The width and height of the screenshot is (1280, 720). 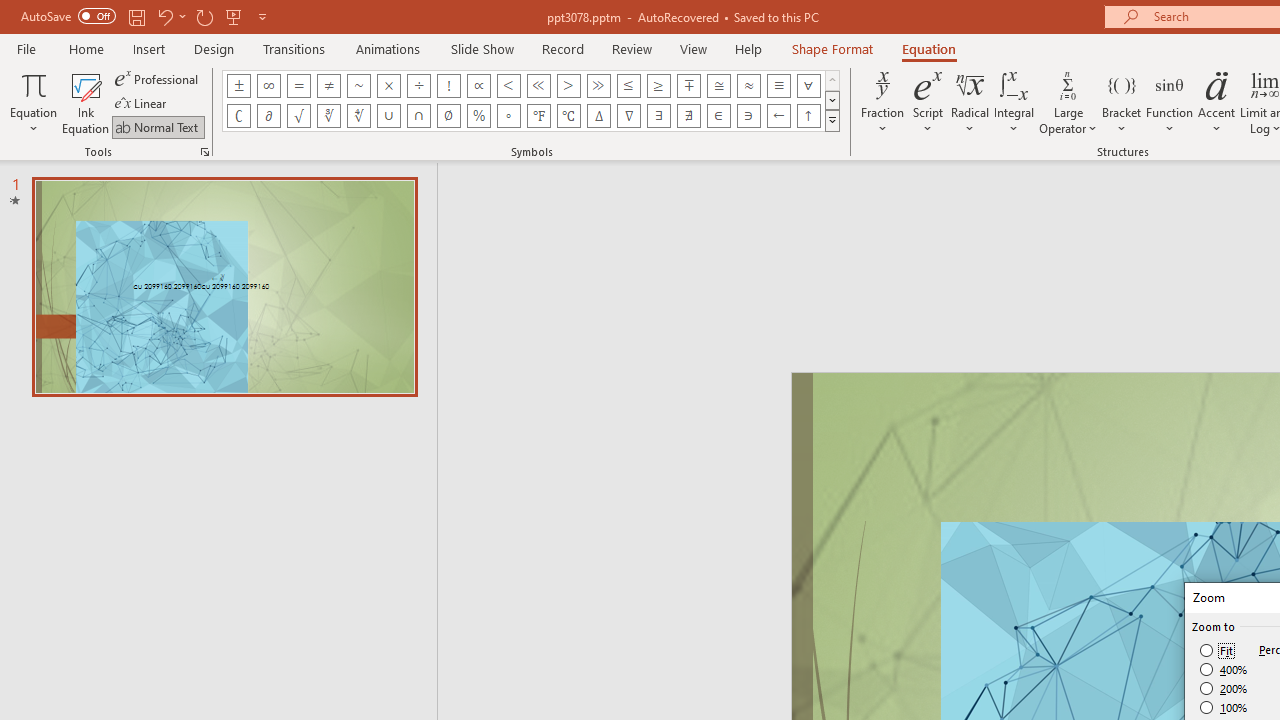 What do you see at coordinates (532, 100) in the screenshot?
I see `'AutomationID: EquationSymbolsInsertGallery'` at bounding box center [532, 100].